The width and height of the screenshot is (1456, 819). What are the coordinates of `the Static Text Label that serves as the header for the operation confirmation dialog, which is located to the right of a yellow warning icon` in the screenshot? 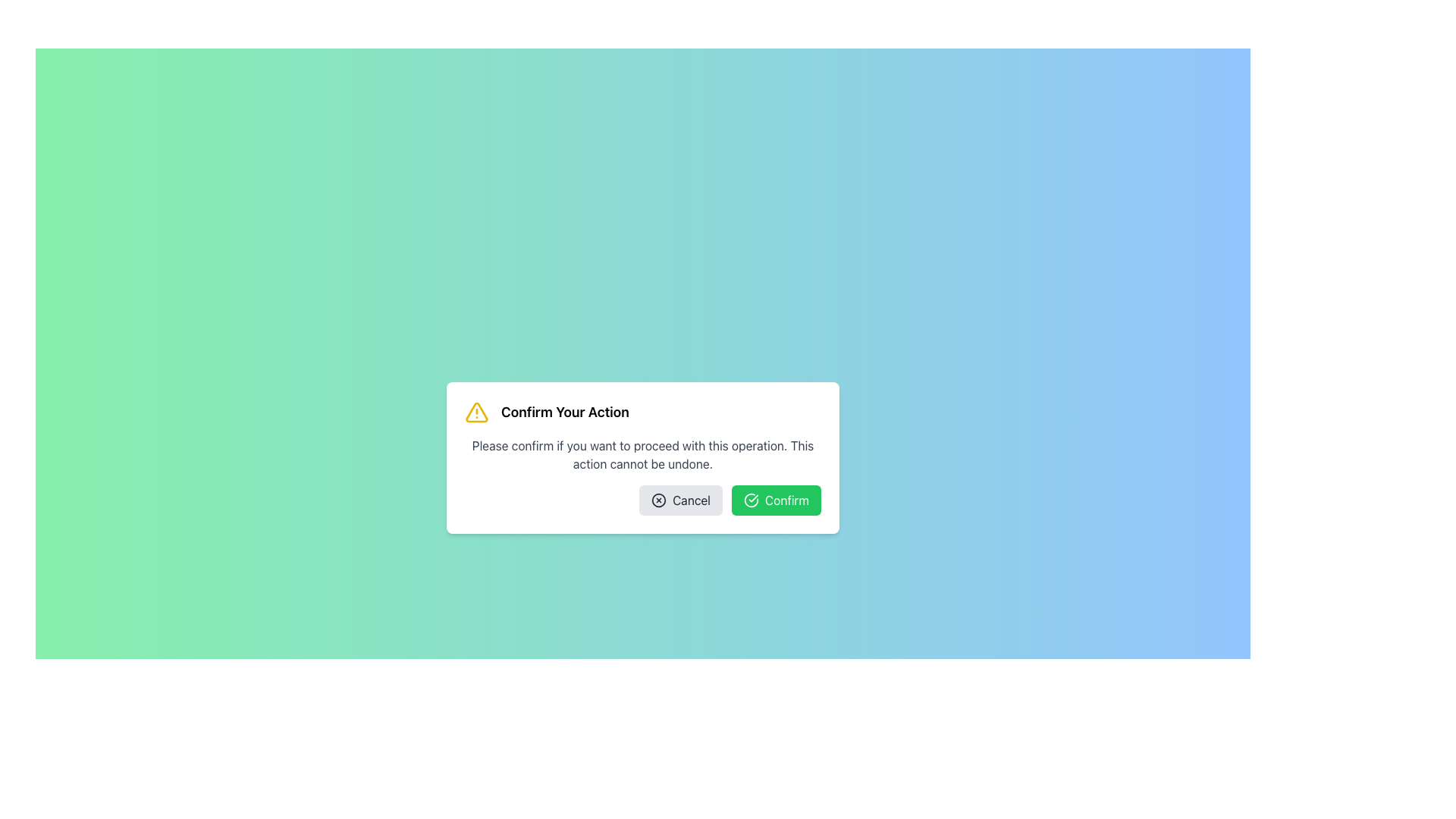 It's located at (564, 412).